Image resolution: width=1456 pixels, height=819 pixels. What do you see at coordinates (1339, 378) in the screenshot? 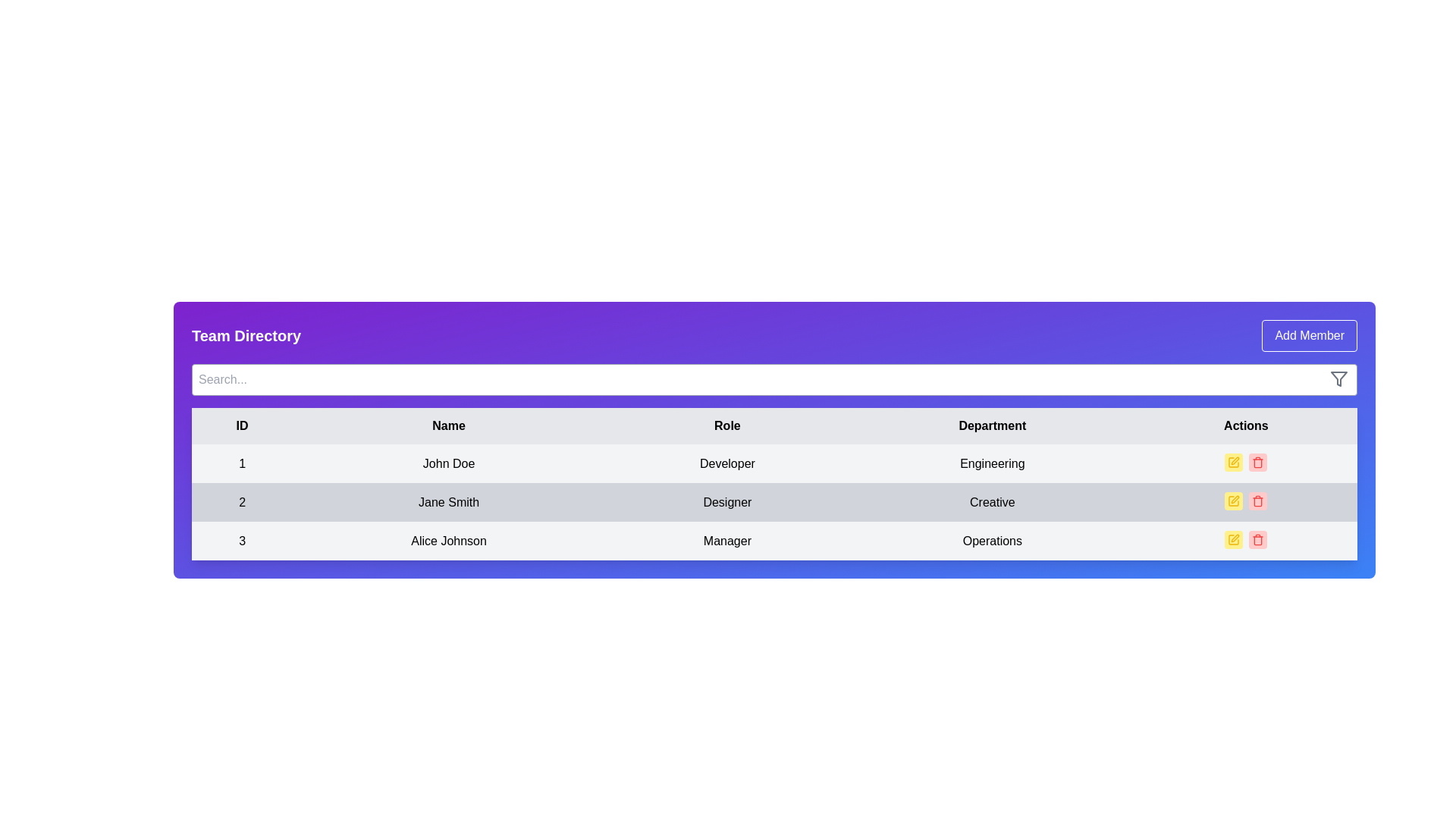
I see `the filter icon button located at the top-right corner of the search bar` at bounding box center [1339, 378].